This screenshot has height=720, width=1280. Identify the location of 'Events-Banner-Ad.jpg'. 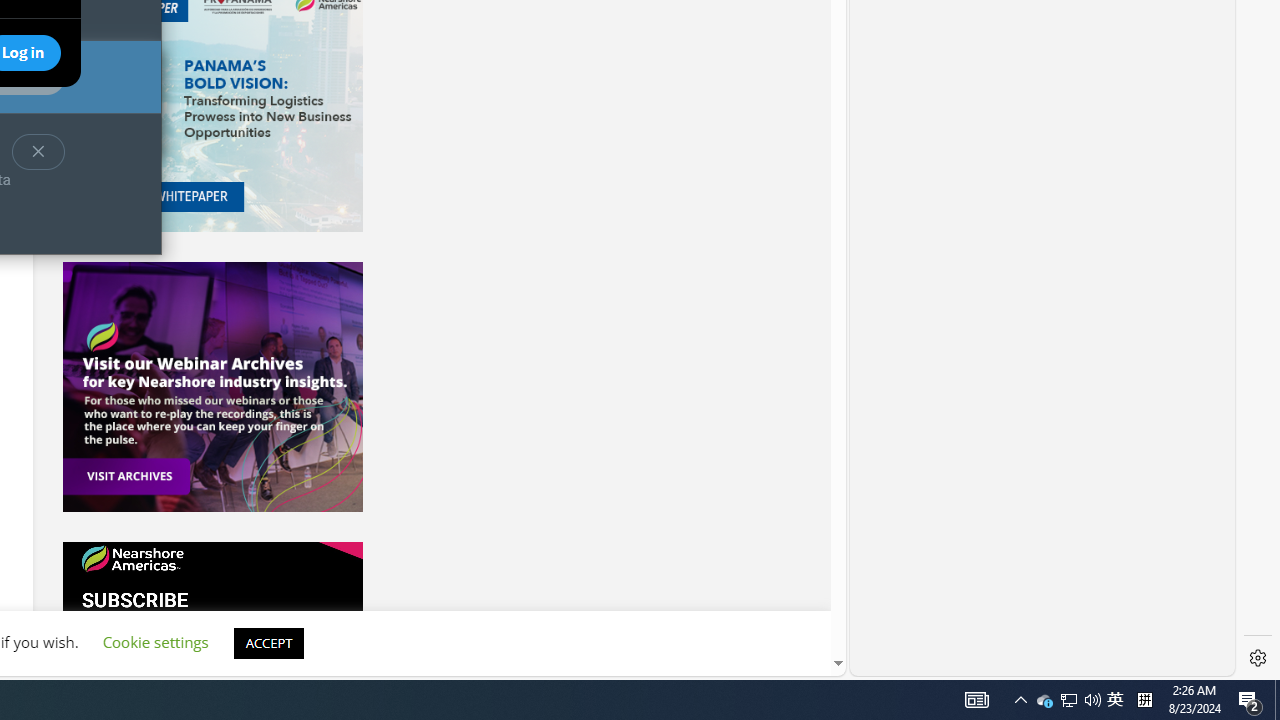
(212, 387).